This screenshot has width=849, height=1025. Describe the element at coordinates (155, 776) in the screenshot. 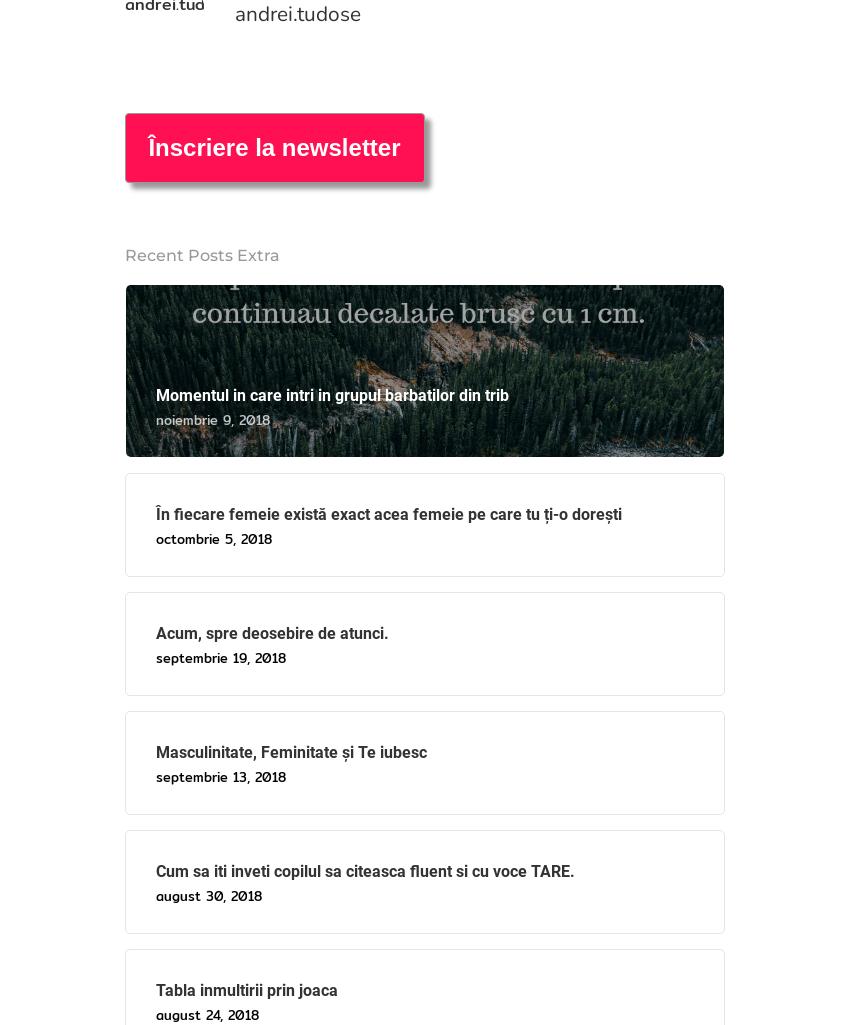

I see `'septembrie 13, 2018'` at that location.